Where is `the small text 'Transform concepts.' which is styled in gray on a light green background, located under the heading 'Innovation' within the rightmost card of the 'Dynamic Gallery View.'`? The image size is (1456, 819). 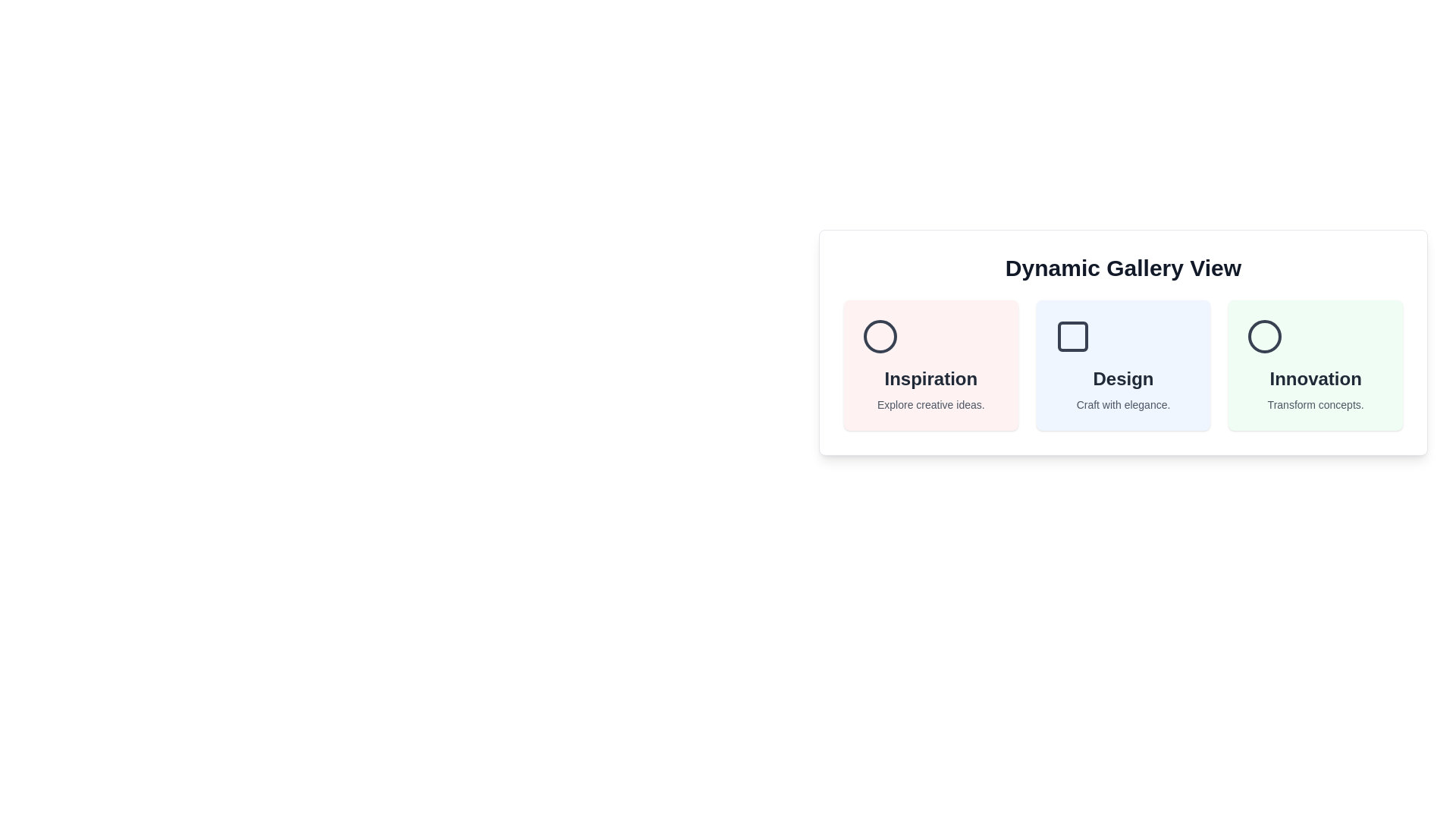 the small text 'Transform concepts.' which is styled in gray on a light green background, located under the heading 'Innovation' within the rightmost card of the 'Dynamic Gallery View.' is located at coordinates (1315, 403).